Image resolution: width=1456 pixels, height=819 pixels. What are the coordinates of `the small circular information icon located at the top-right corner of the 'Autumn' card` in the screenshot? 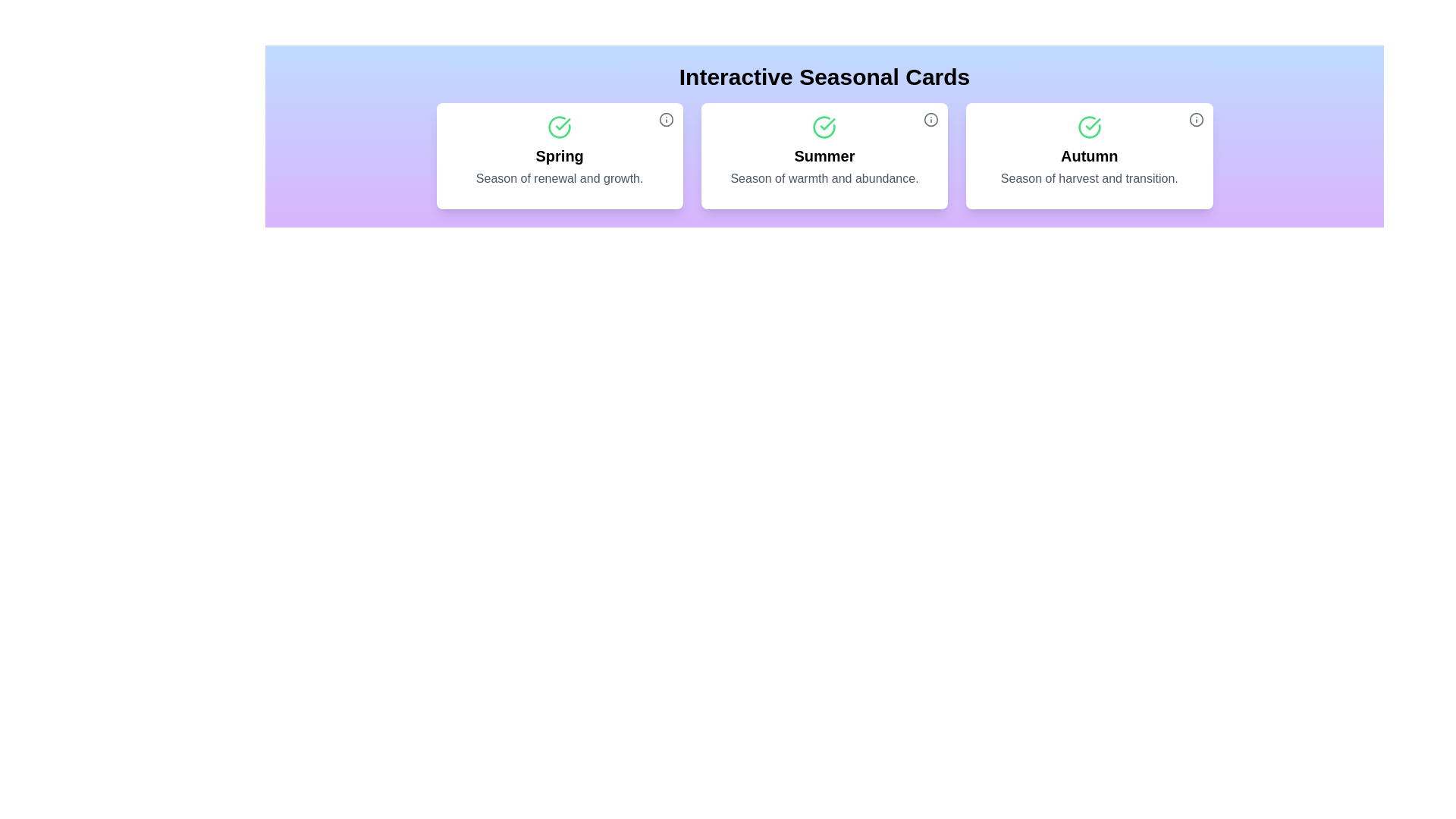 It's located at (1195, 119).